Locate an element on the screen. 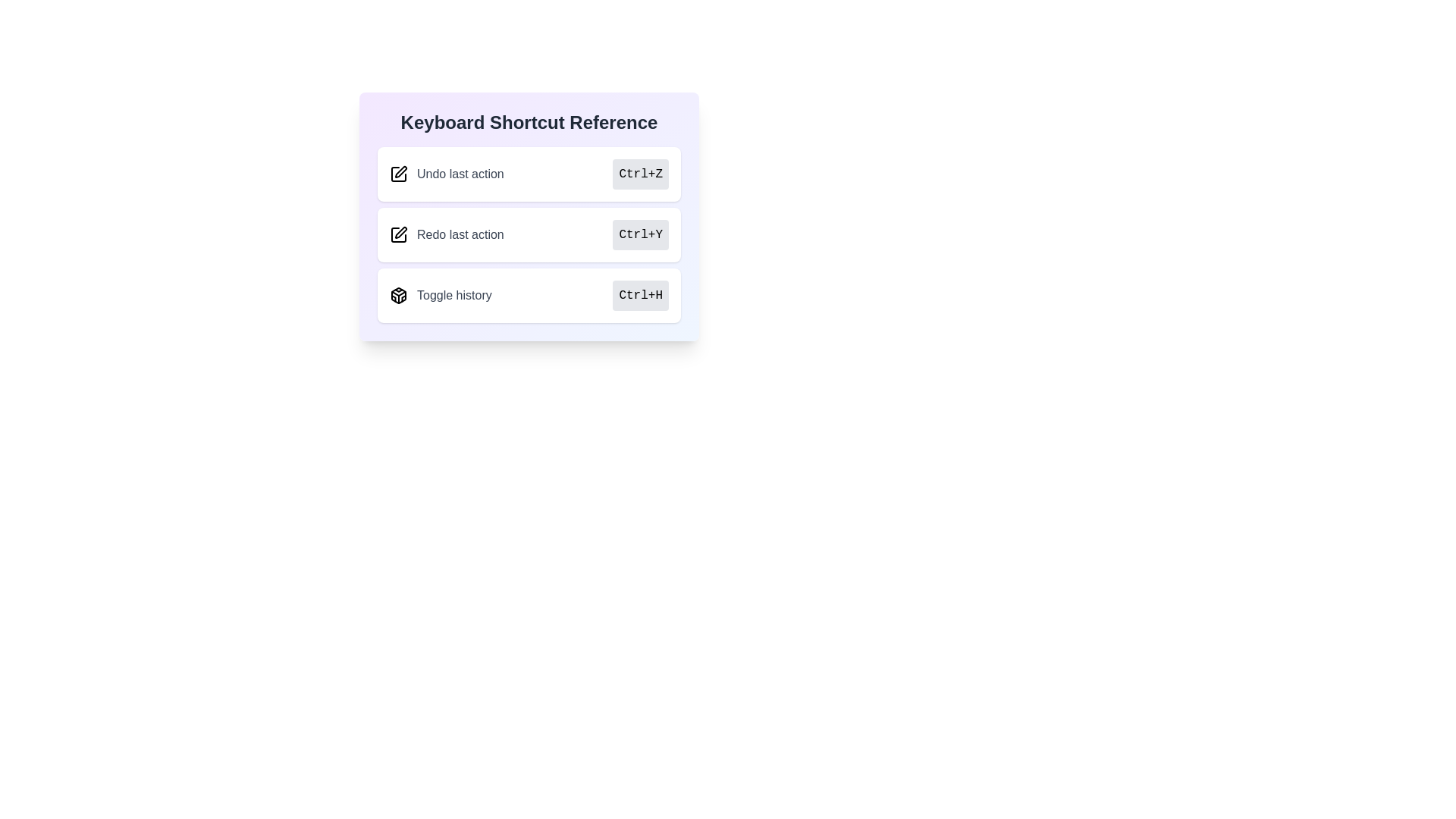  the text label that describes the shortcut action for toggling a history view, located to the right of a 3D cube icon within the 'Keyboard Shortcut Reference' card is located at coordinates (453, 295).